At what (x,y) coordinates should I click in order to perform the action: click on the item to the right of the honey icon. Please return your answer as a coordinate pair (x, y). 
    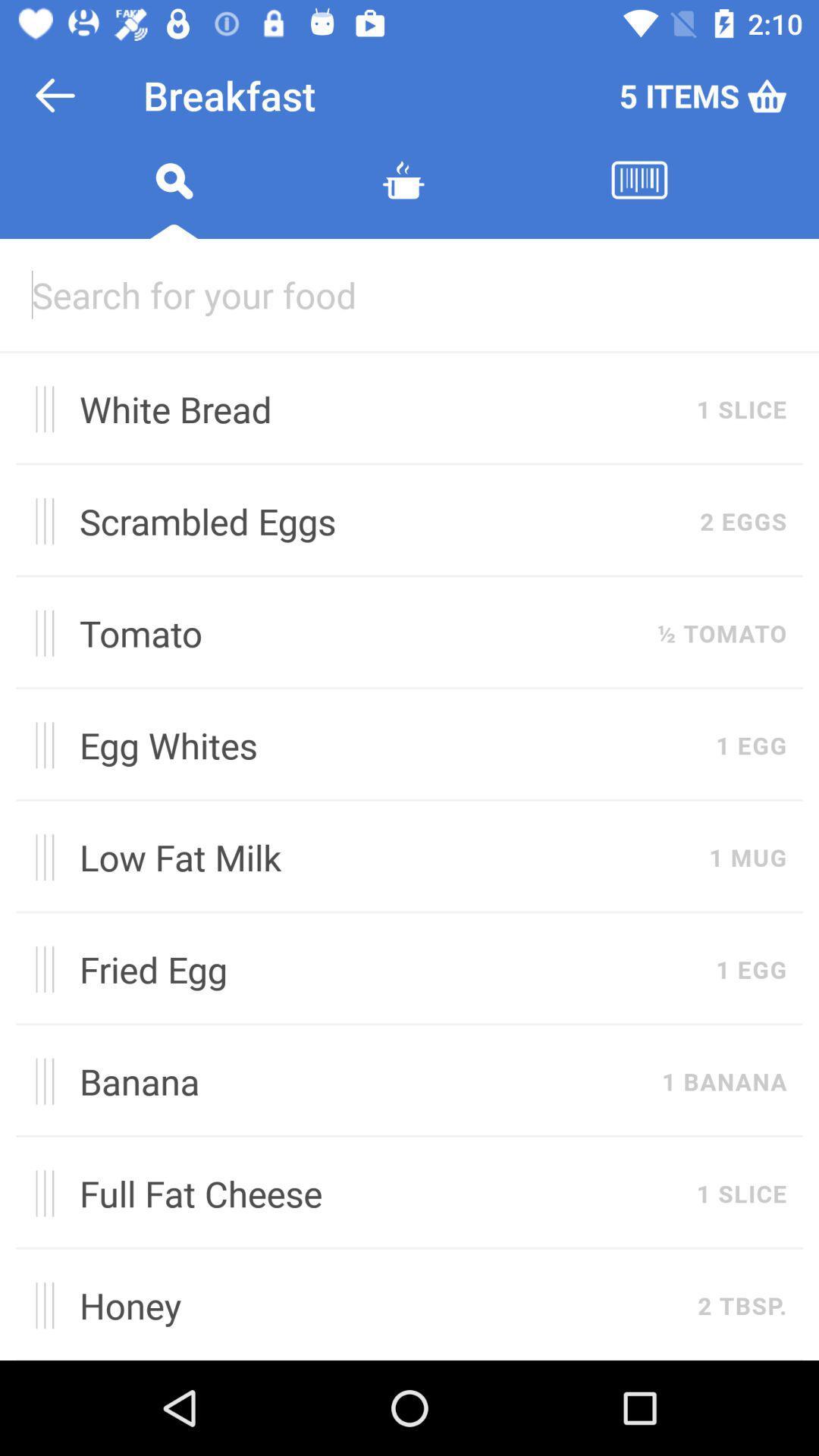
    Looking at the image, I should click on (741, 1304).